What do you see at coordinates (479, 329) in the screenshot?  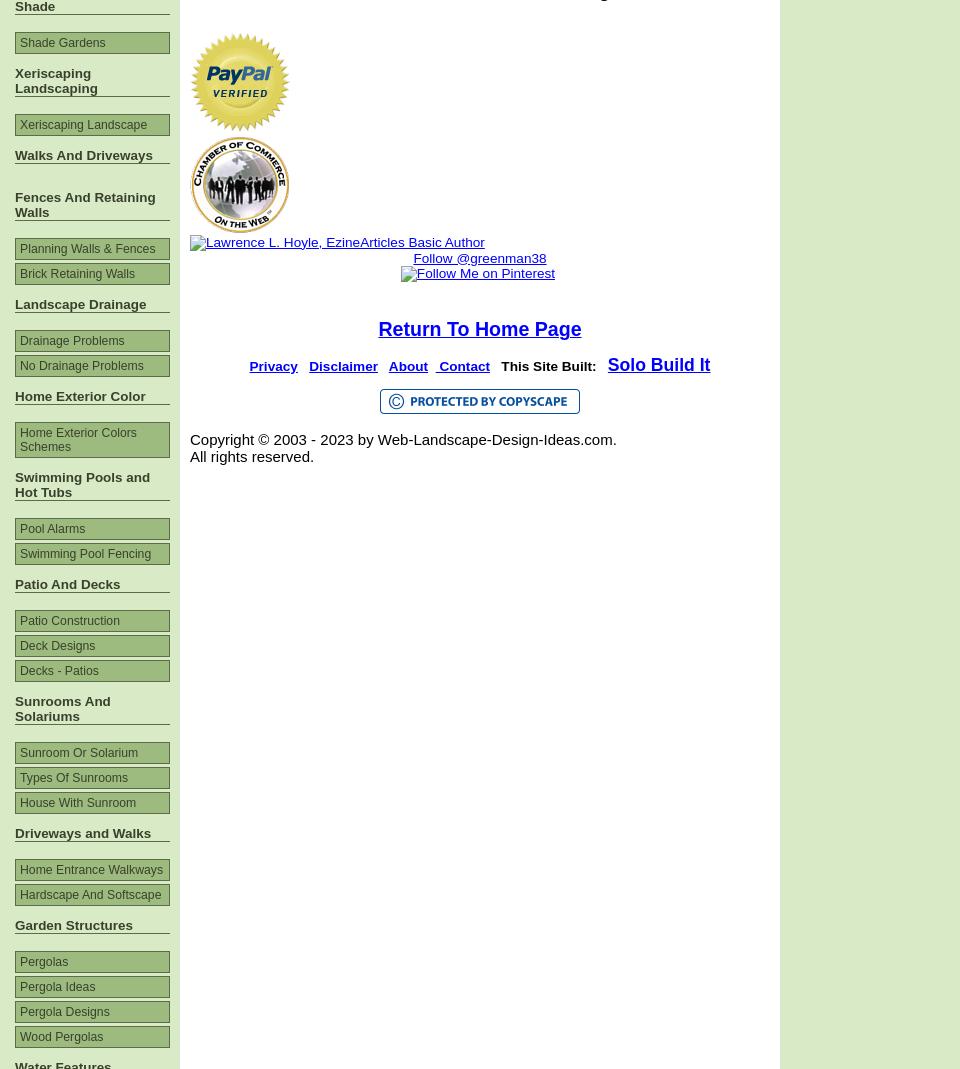 I see `'Return To Home Page'` at bounding box center [479, 329].